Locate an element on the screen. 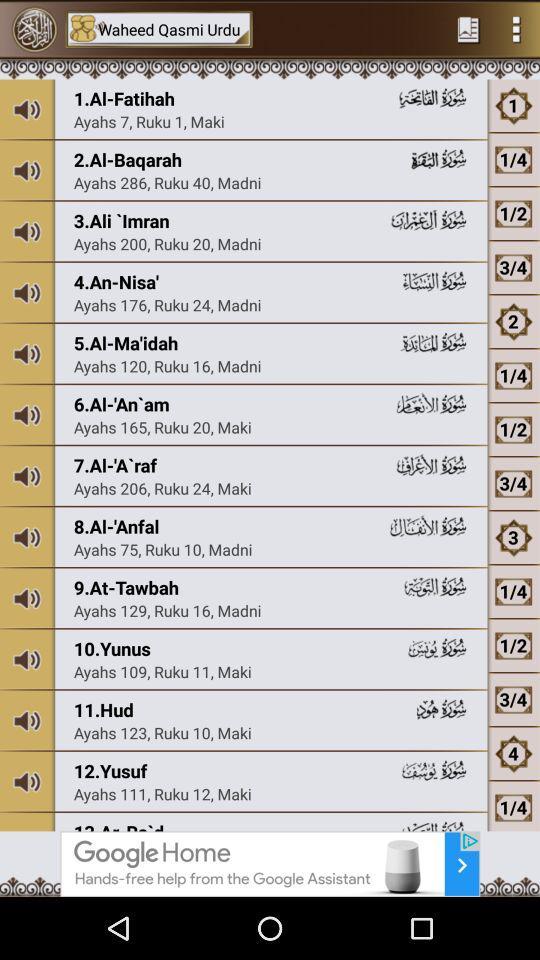 The height and width of the screenshot is (960, 540). the bookmark icon is located at coordinates (468, 30).